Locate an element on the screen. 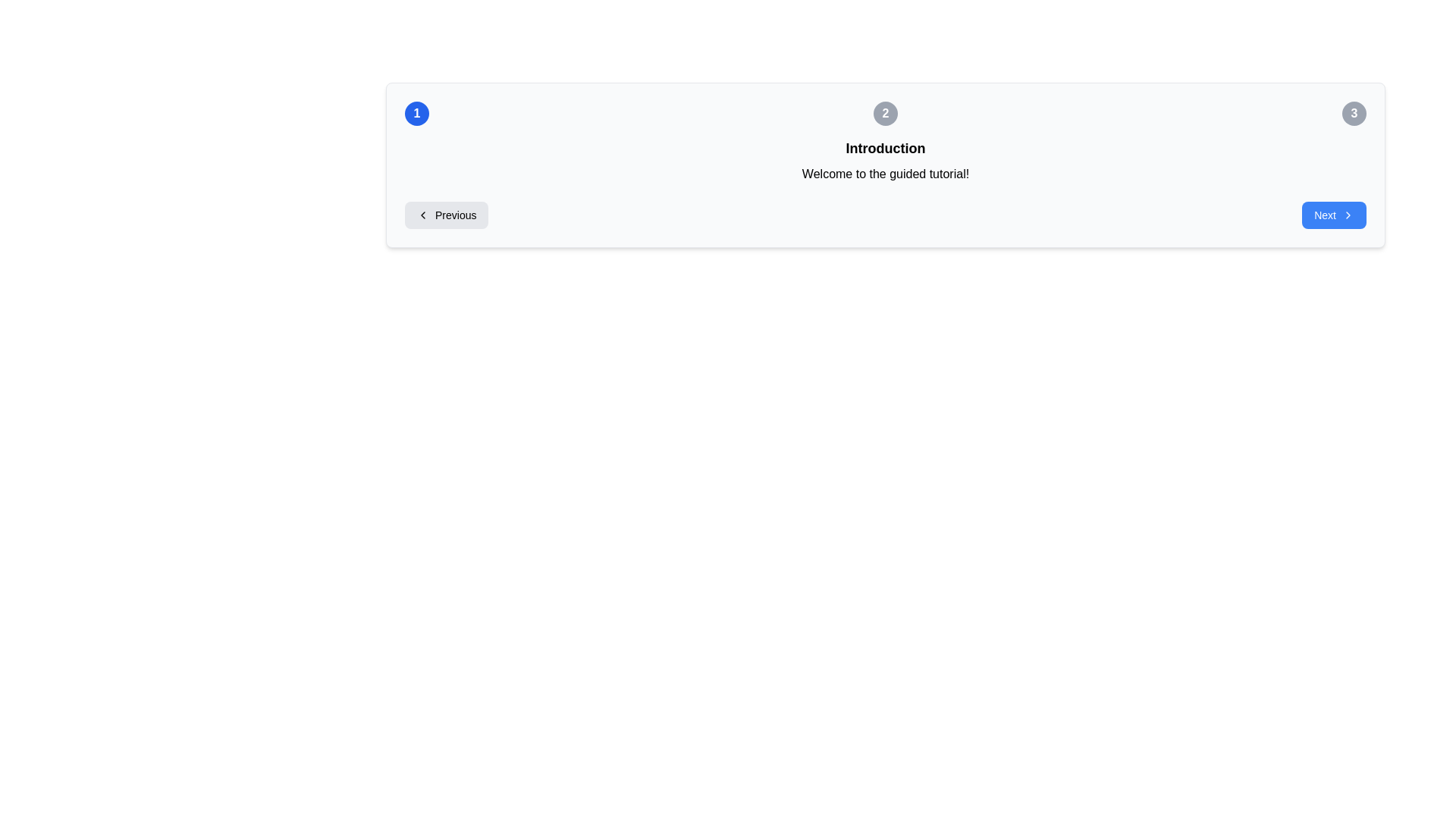  the appearance of the chevron-left icon located within the 'Previous' button at the bottom-left area of the dialog interface is located at coordinates (422, 215).